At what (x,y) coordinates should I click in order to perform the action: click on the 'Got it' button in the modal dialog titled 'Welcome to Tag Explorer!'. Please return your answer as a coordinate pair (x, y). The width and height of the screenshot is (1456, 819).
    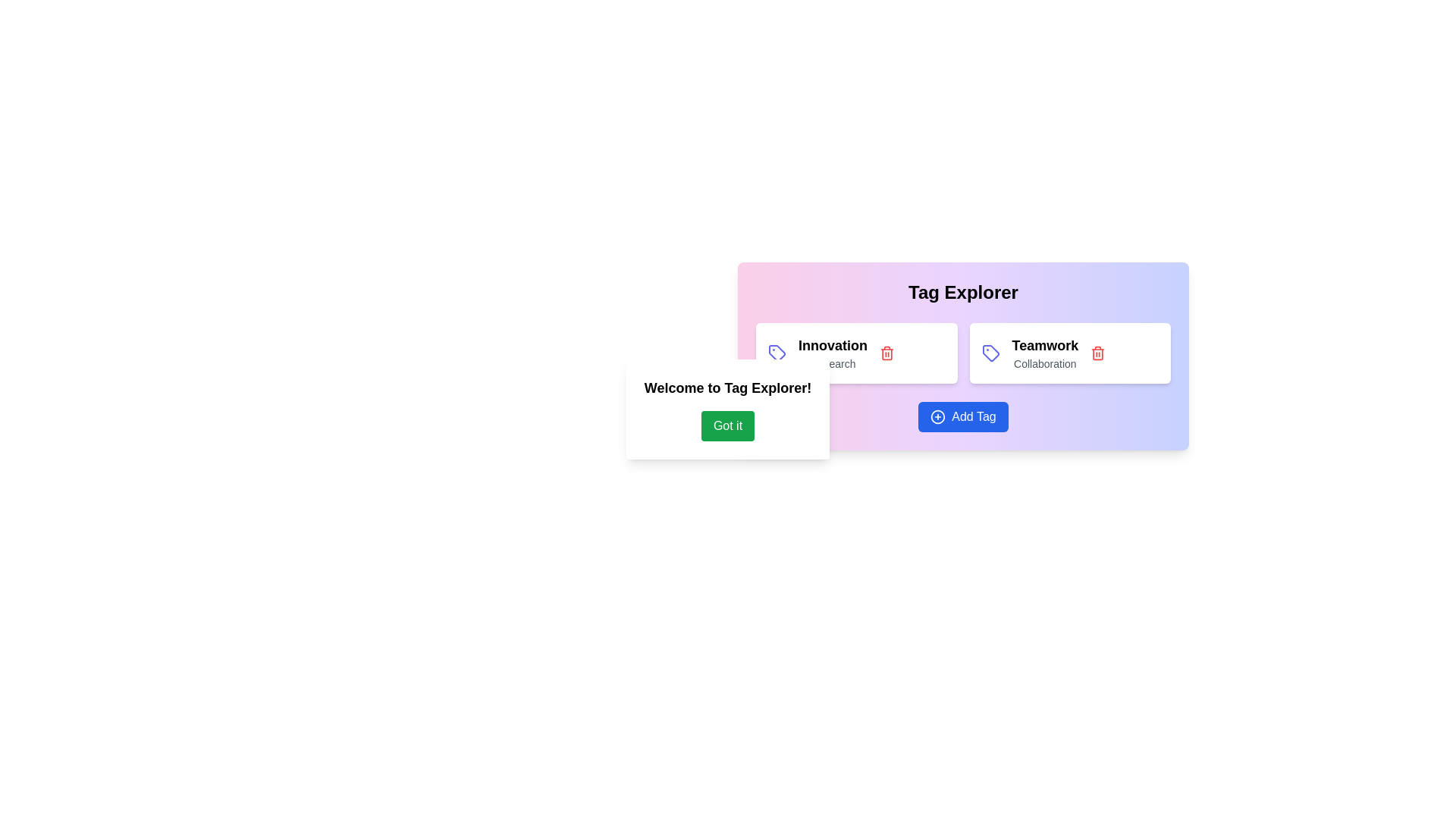
    Looking at the image, I should click on (728, 409).